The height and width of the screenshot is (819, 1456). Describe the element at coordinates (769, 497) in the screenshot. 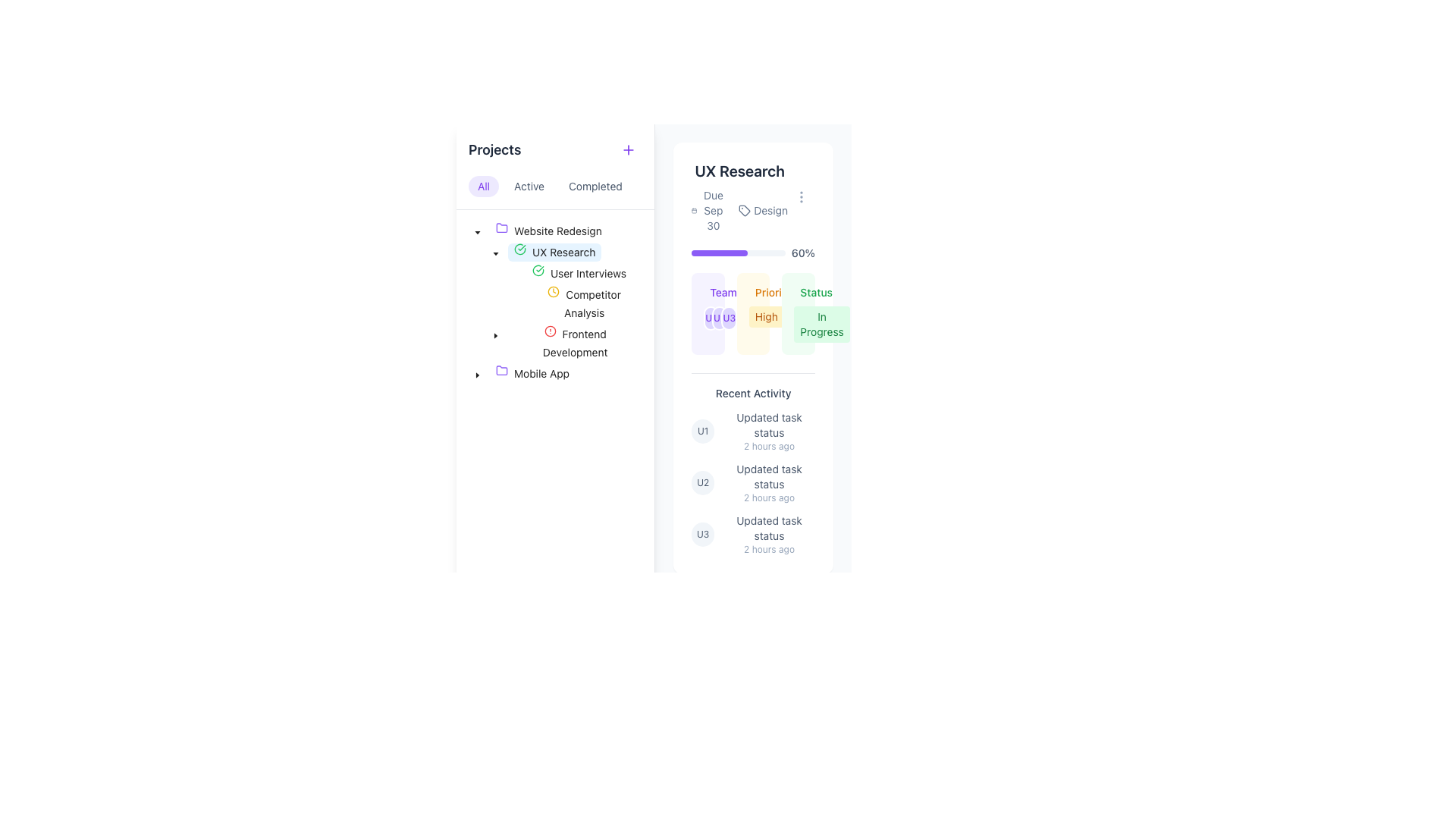

I see `static text displaying '2 hours ago', which is located directly below the 'Updated task status' in the 'Recent Activity' section, associated with the second item (U2) in the chronological list` at that location.